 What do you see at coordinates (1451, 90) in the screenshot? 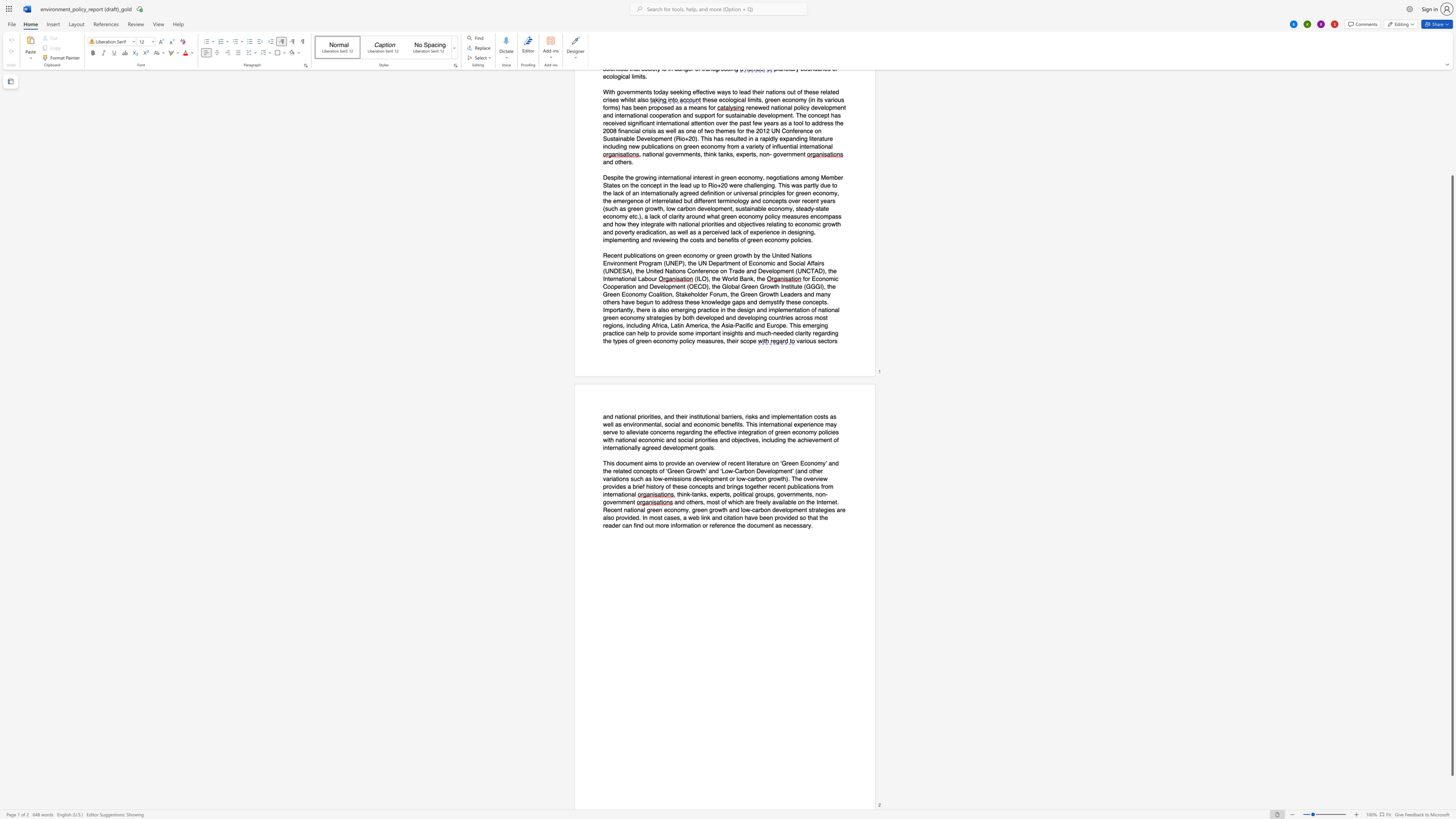
I see `the scrollbar on the side` at bounding box center [1451, 90].